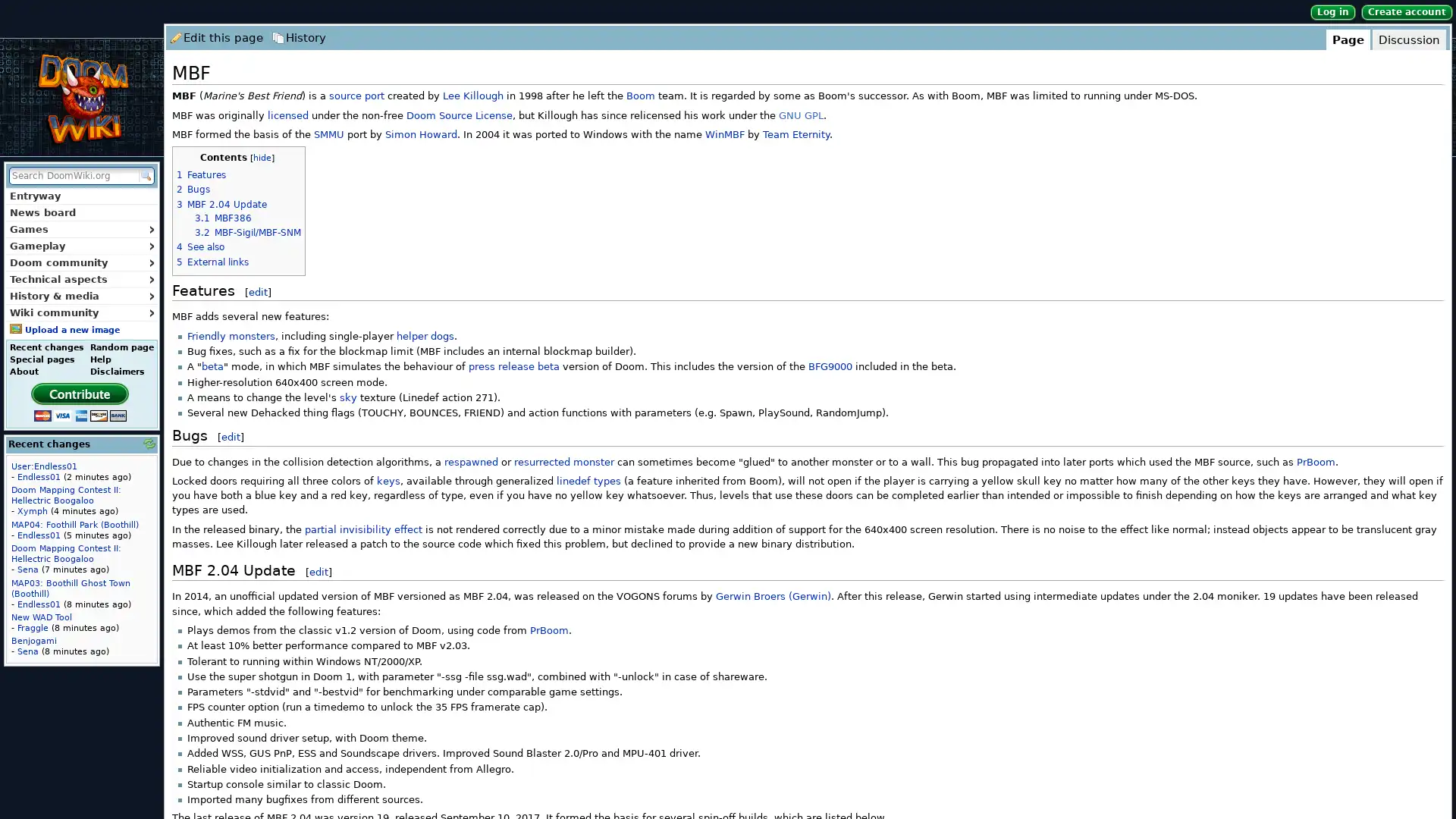 The width and height of the screenshot is (1456, 819). What do you see at coordinates (79, 400) in the screenshot?
I see `PayPal - The safer, easier way to pay online!` at bounding box center [79, 400].